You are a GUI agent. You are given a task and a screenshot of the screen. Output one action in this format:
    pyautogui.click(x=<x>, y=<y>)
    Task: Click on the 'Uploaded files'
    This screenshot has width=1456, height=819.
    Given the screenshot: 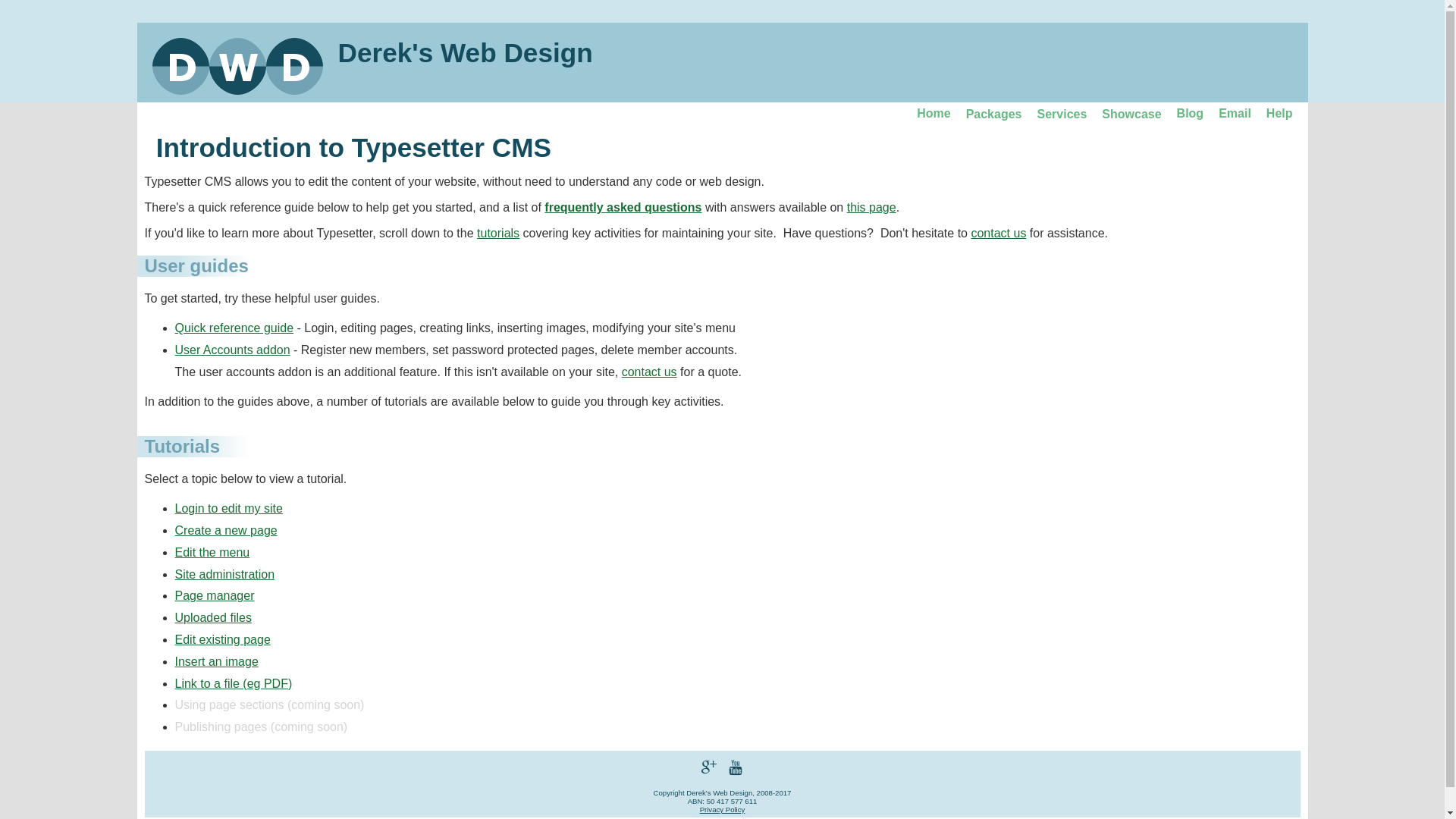 What is the action you would take?
    pyautogui.click(x=212, y=617)
    